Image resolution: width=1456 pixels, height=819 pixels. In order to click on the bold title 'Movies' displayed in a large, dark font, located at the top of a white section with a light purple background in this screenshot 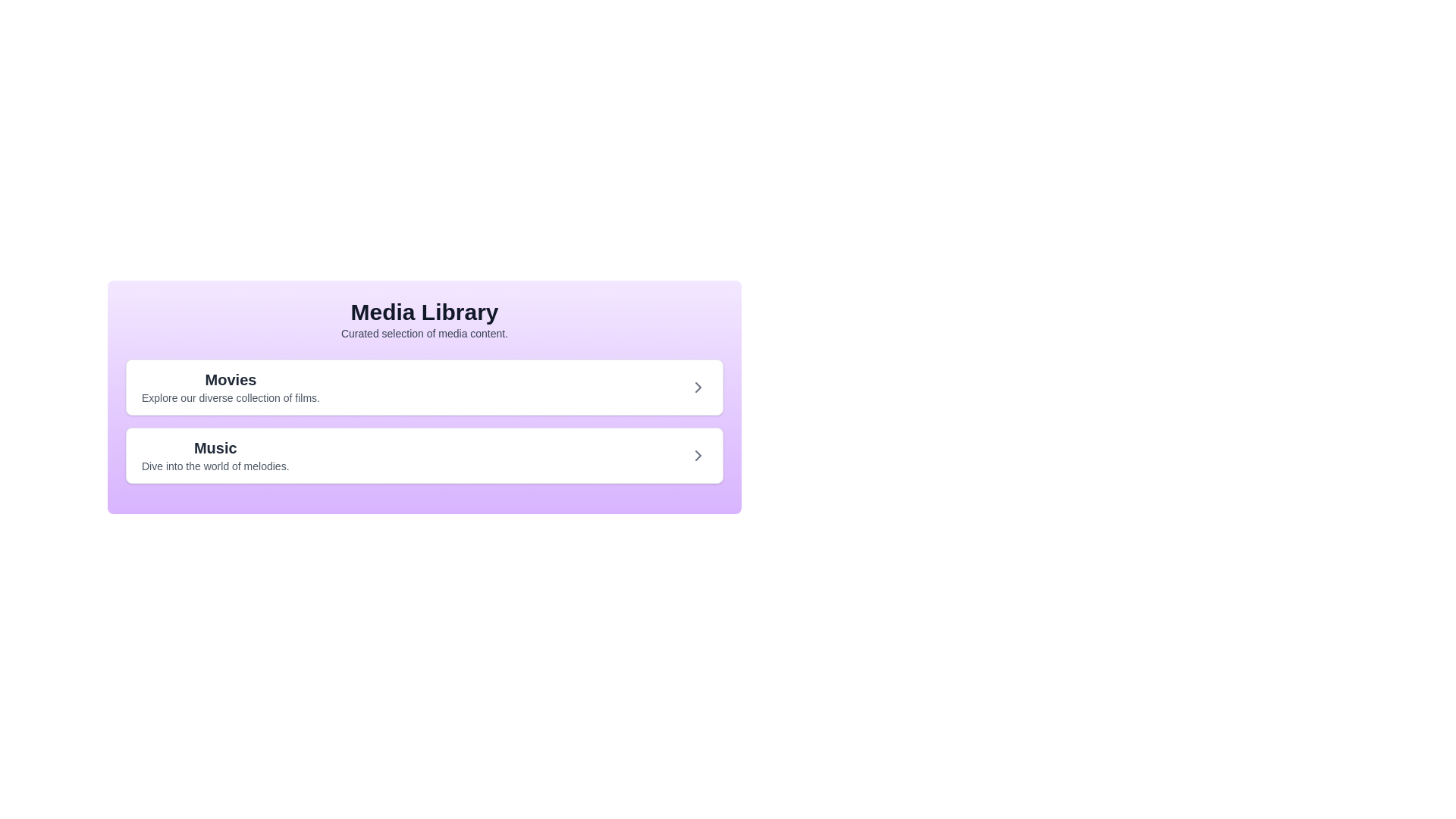, I will do `click(230, 379)`.